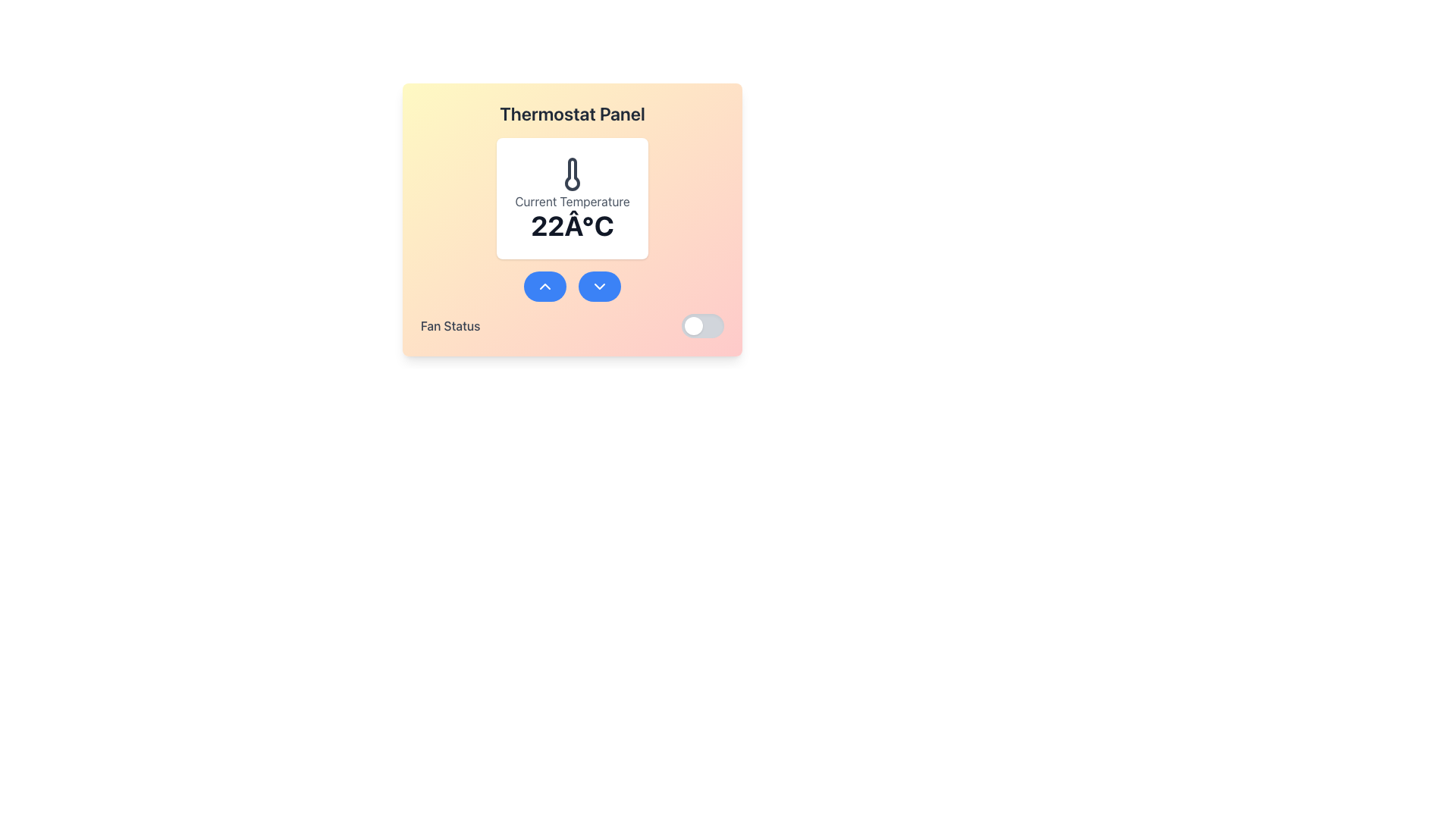 The width and height of the screenshot is (1456, 819). Describe the element at coordinates (571, 219) in the screenshot. I see `information displayed on the Interactive Panel, which includes the text 'Thermostat Panel', 'Current Temperature', and the temperature value '22Â°C'` at that location.